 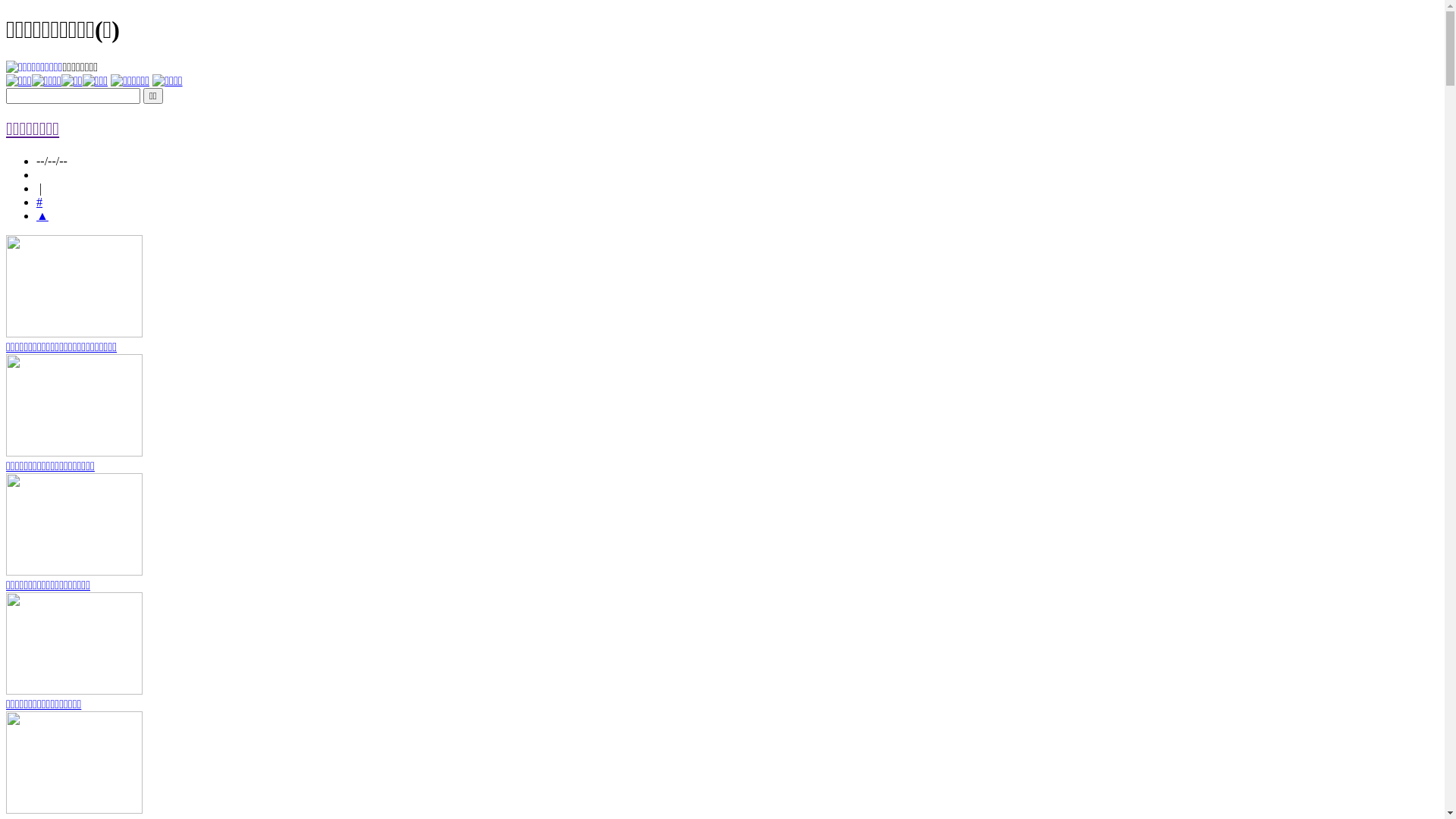 What do you see at coordinates (39, 201) in the screenshot?
I see `'#'` at bounding box center [39, 201].